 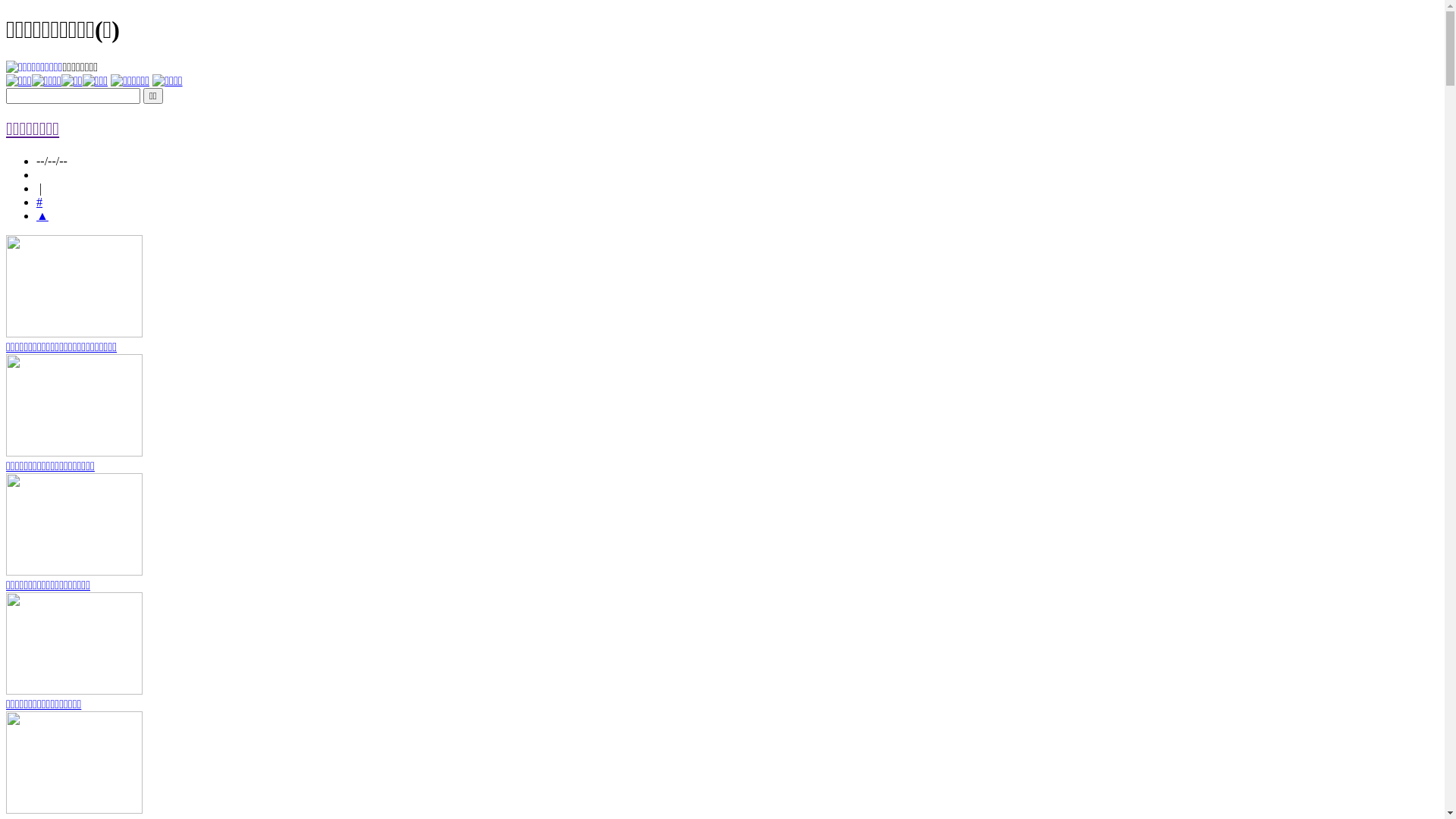 What do you see at coordinates (39, 201) in the screenshot?
I see `'#'` at bounding box center [39, 201].